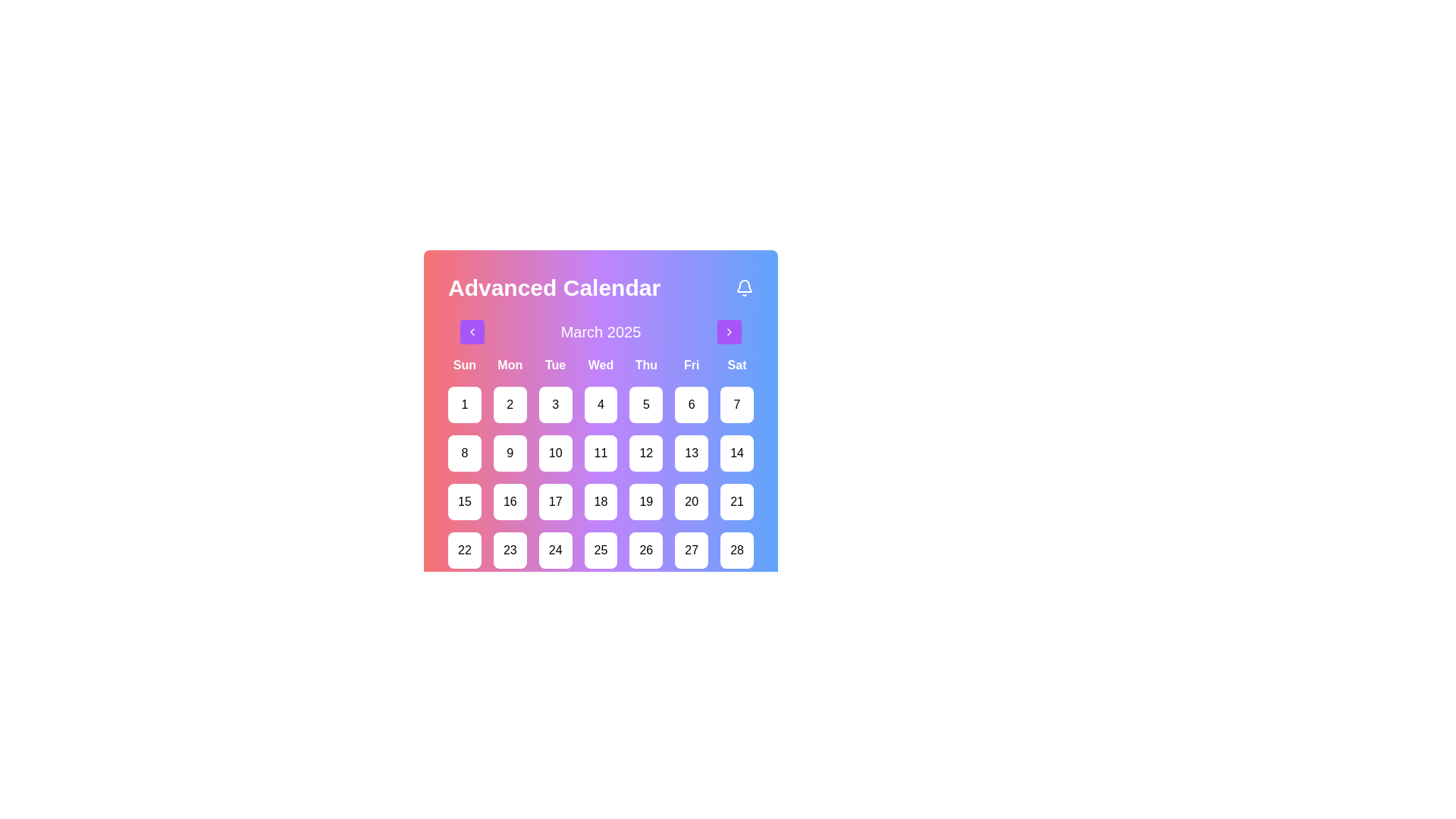 The height and width of the screenshot is (819, 1456). I want to click on the rounded rectangular button displaying the number '11' located in the fourth row and fourth column of the calendar grid under the header 'Wed', so click(600, 452).